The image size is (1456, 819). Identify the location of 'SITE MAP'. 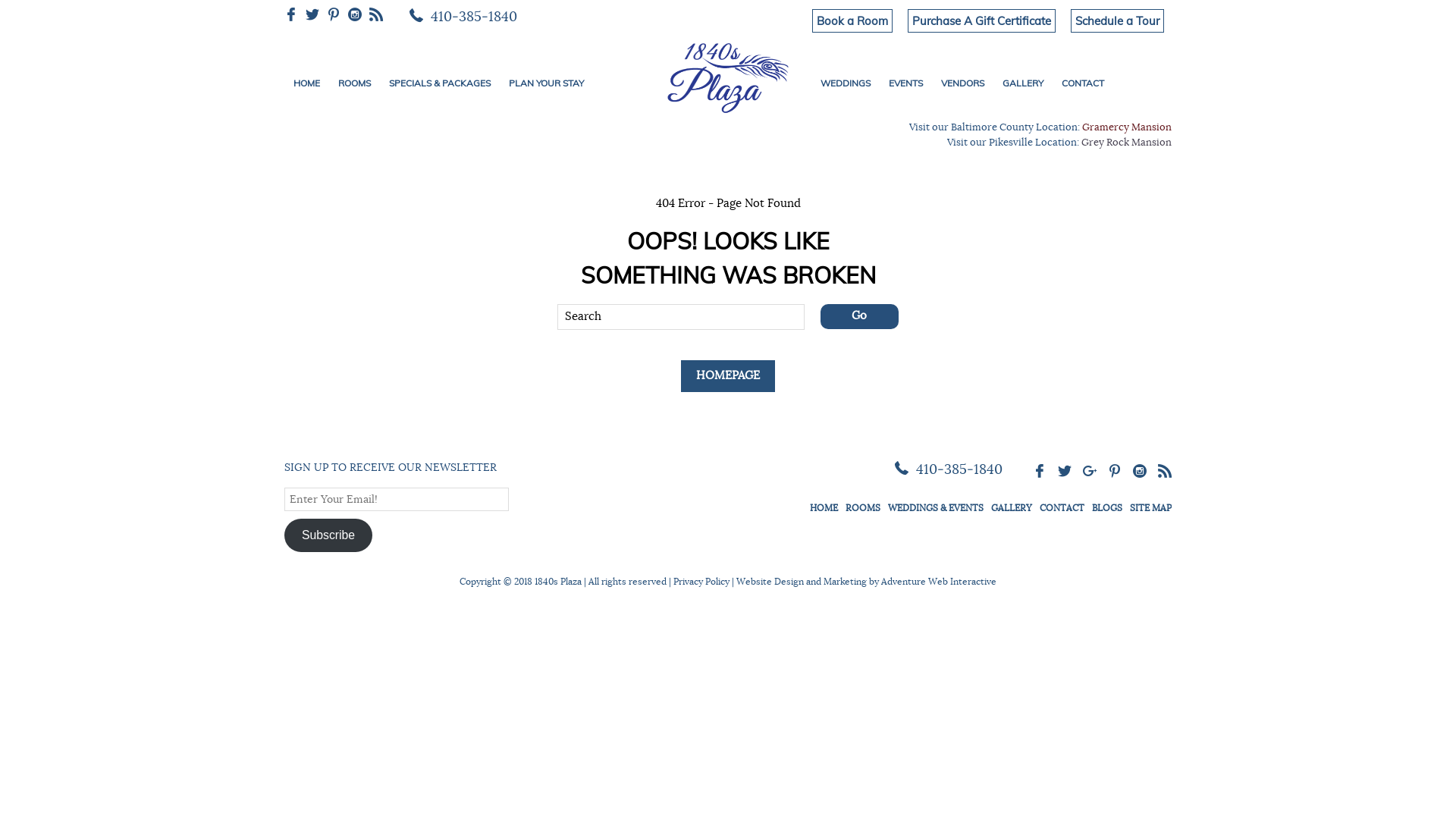
(1129, 508).